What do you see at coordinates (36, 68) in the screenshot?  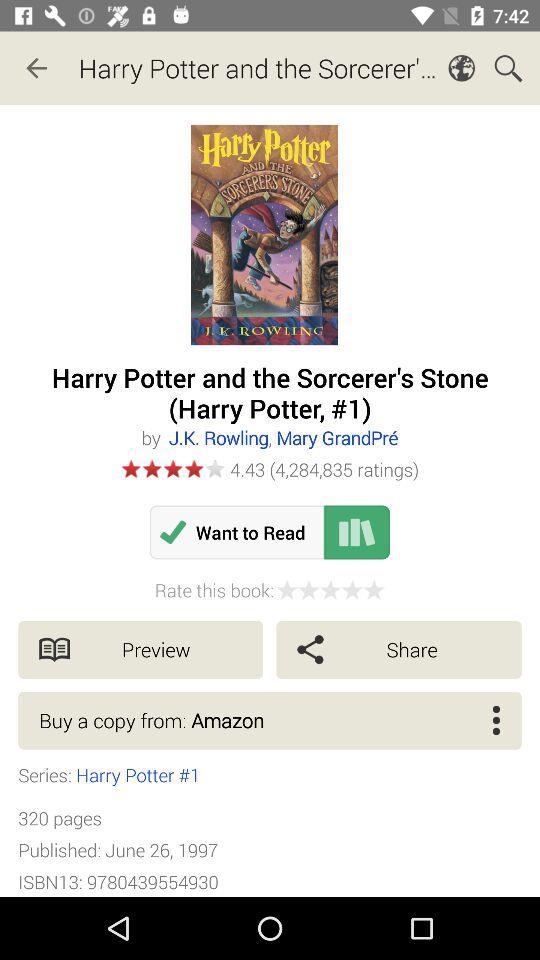 I see `item at the top left corner` at bounding box center [36, 68].